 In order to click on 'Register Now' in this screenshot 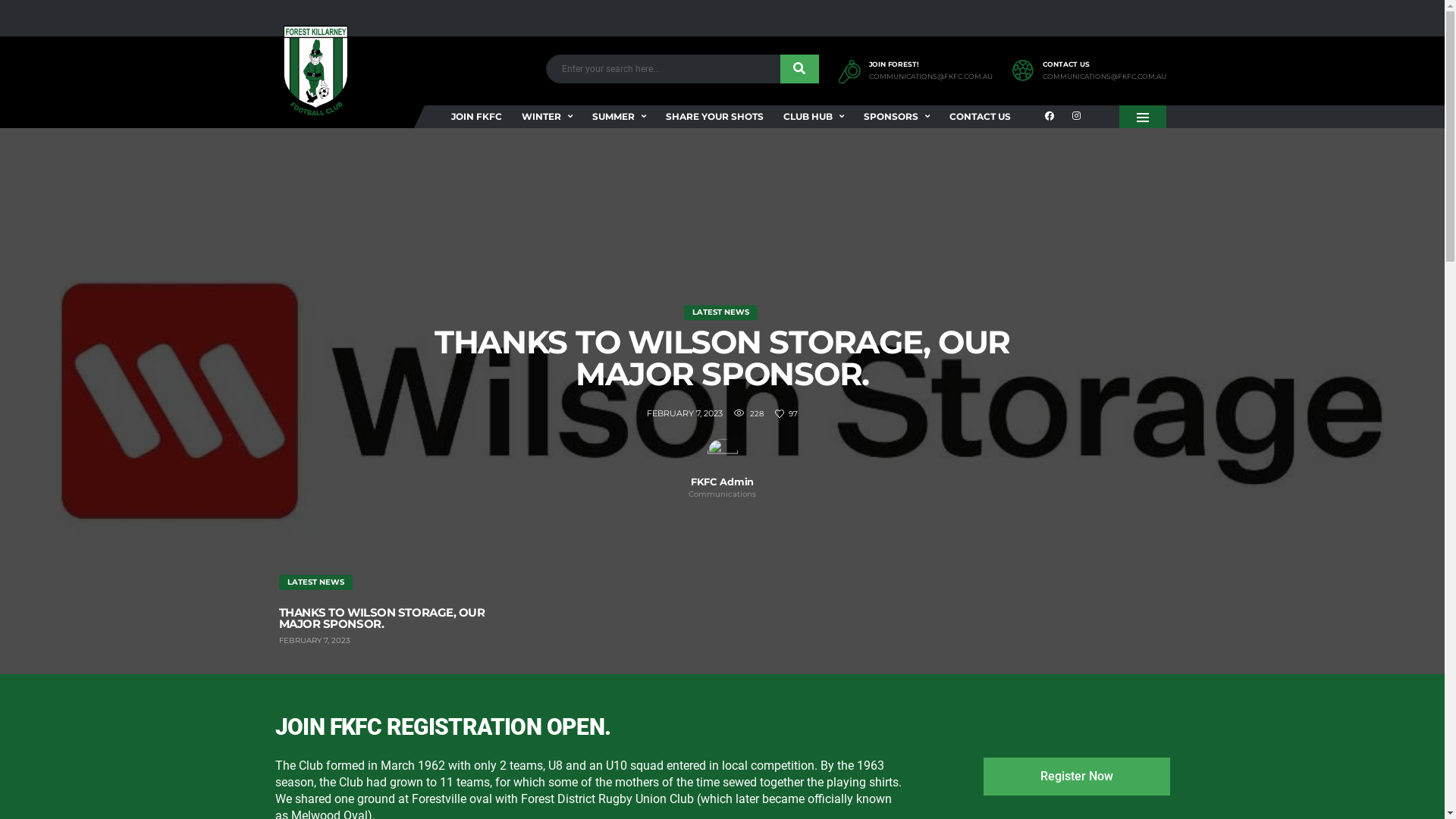, I will do `click(1075, 776)`.